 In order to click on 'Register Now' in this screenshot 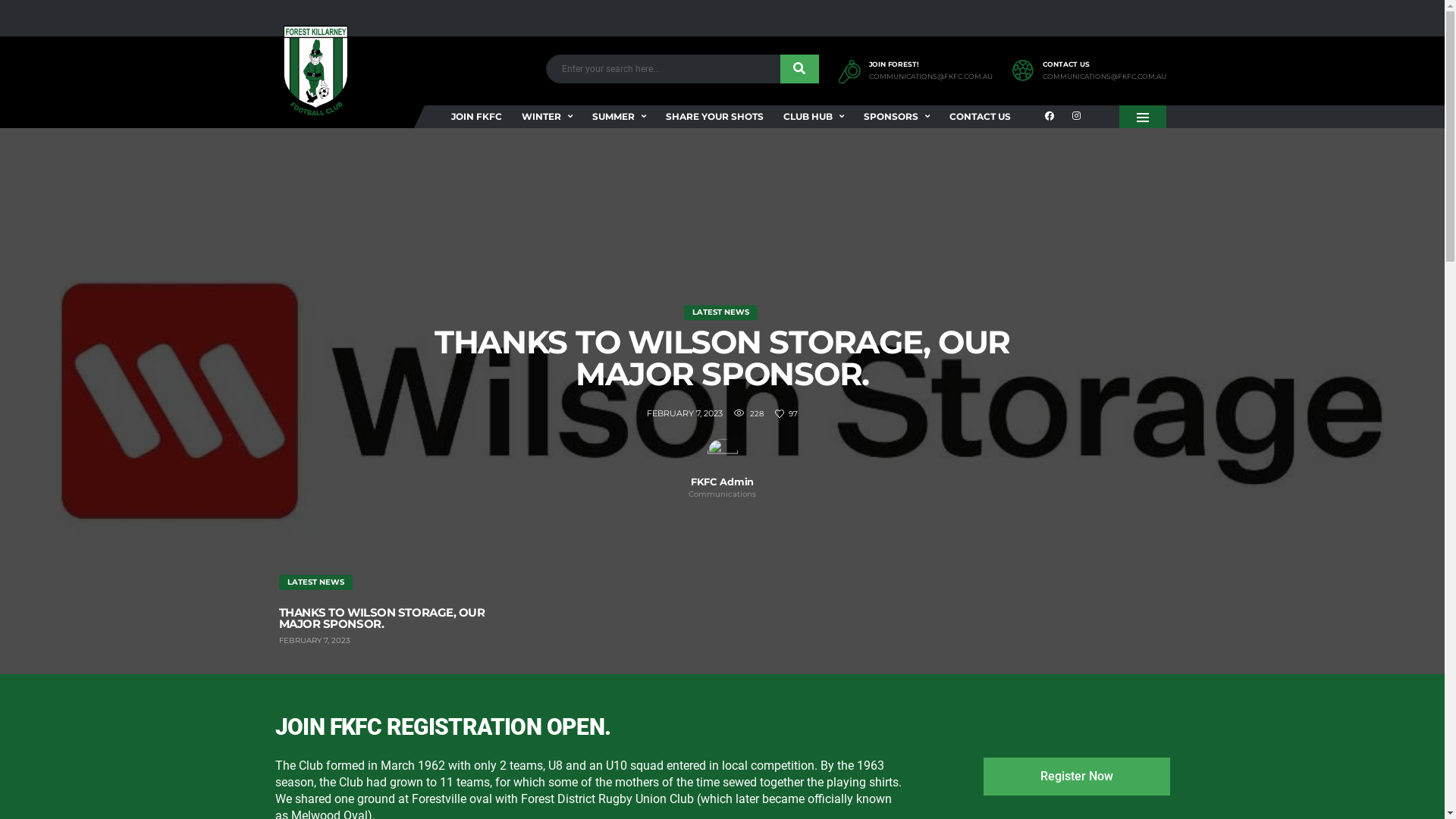, I will do `click(1075, 776)`.